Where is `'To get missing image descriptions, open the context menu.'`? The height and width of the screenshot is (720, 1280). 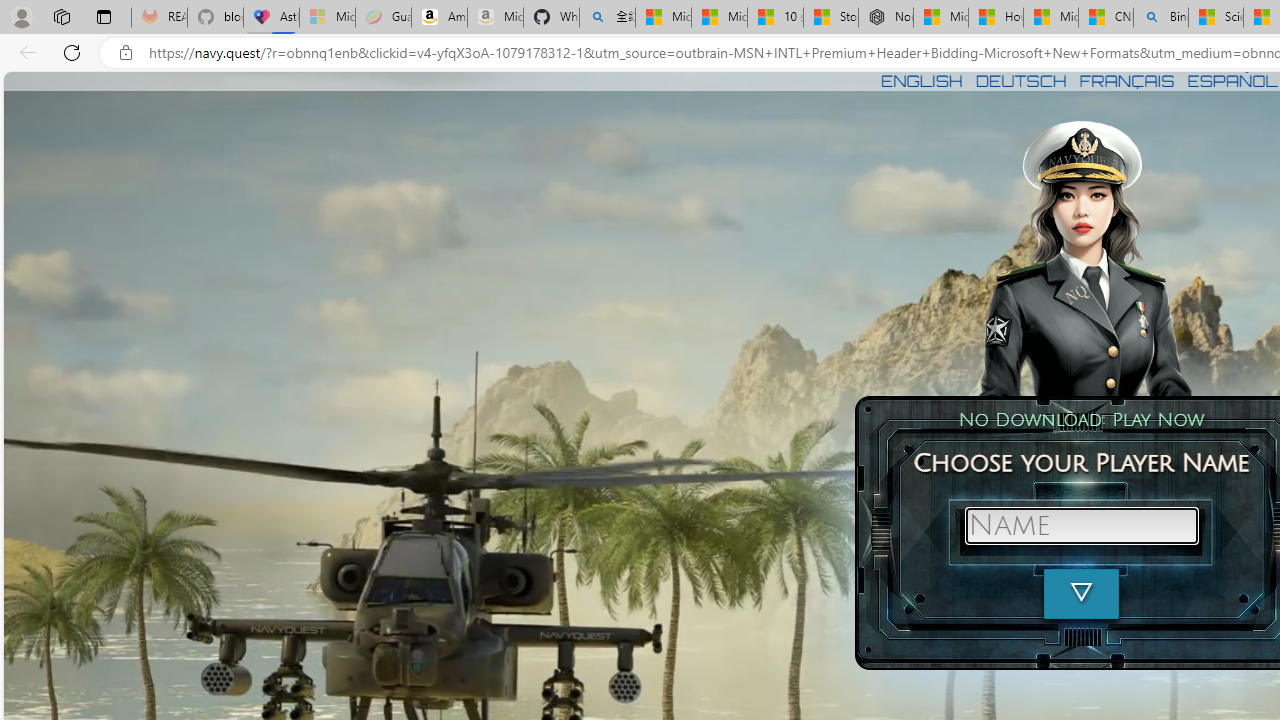 'To get missing image descriptions, open the context menu.' is located at coordinates (1082, 255).